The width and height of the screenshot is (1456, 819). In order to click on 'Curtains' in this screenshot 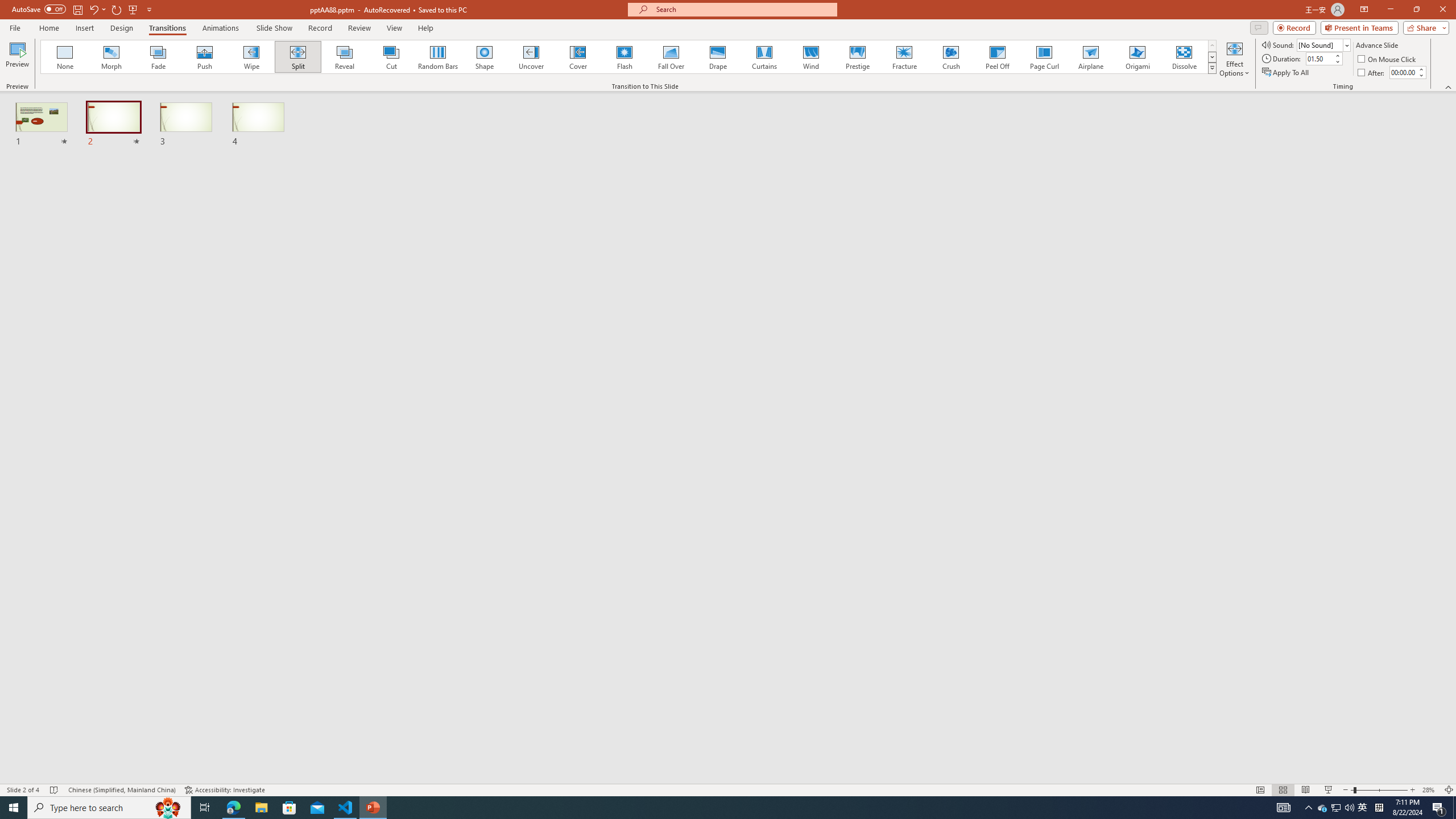, I will do `click(764, 56)`.